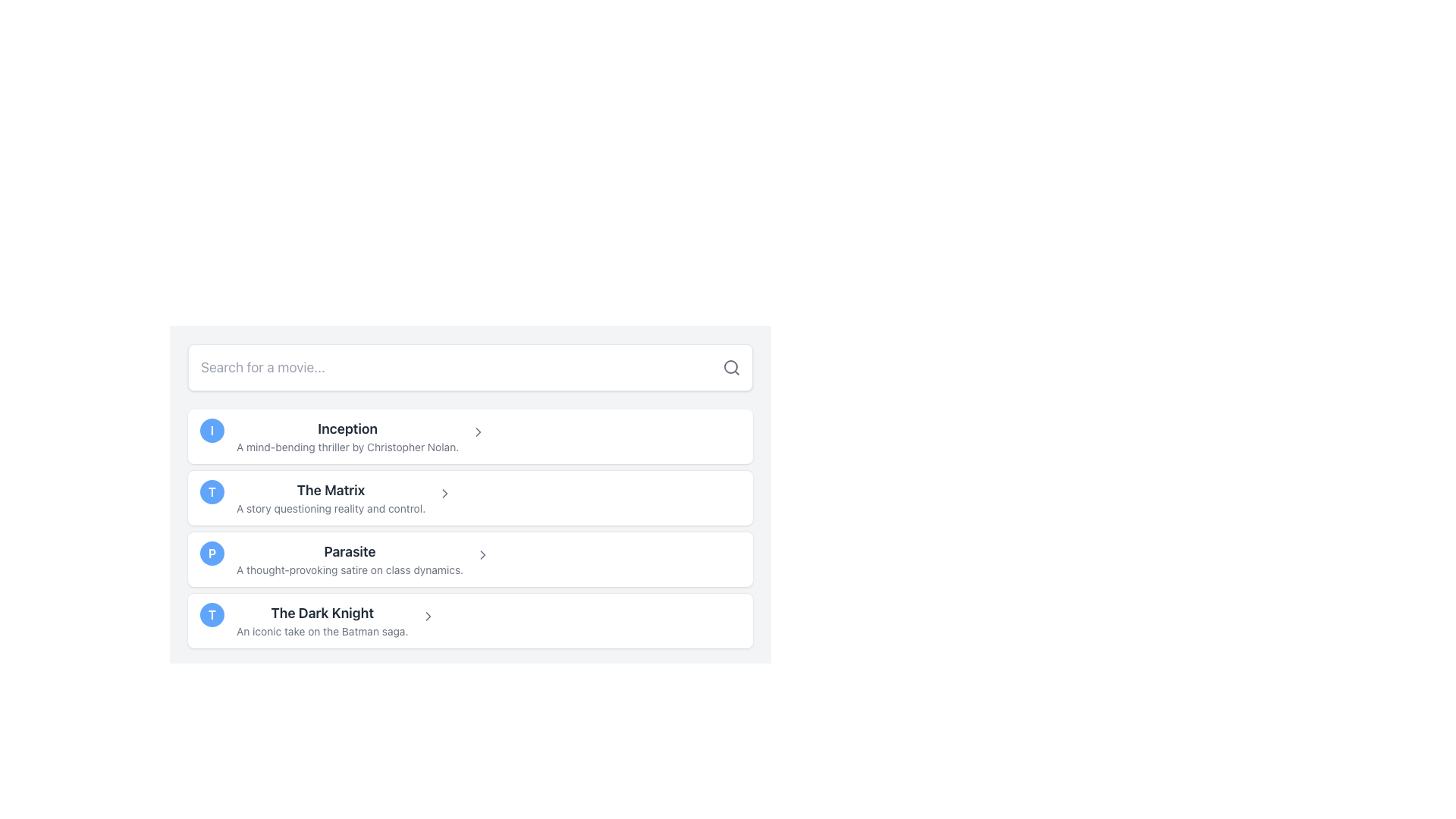 Image resolution: width=1456 pixels, height=819 pixels. What do you see at coordinates (330, 497) in the screenshot?
I see `text from the label containing the title 'The Matrix' and subtitle 'A story questioning reality and control.'` at bounding box center [330, 497].